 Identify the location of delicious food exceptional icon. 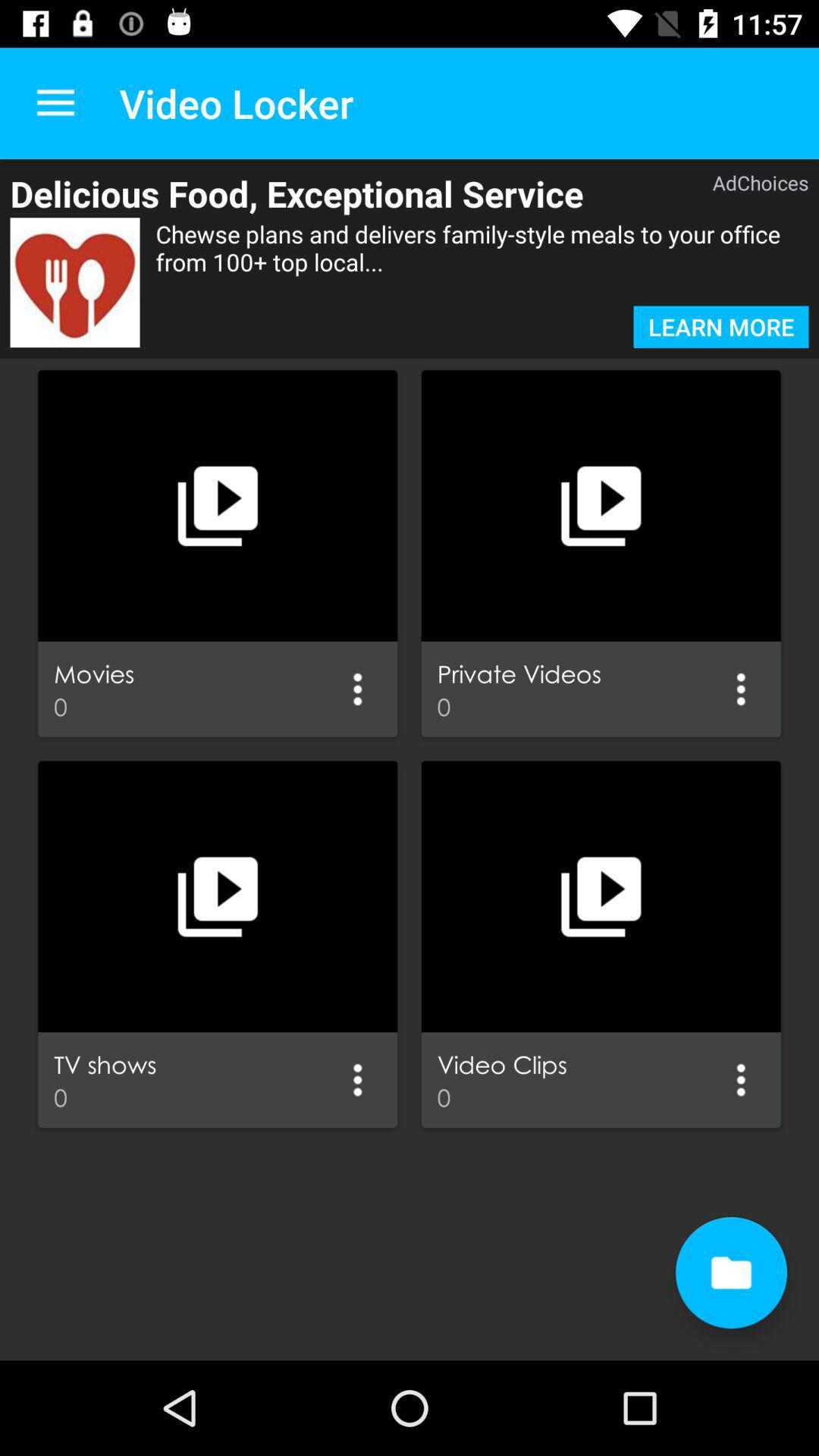
(337, 193).